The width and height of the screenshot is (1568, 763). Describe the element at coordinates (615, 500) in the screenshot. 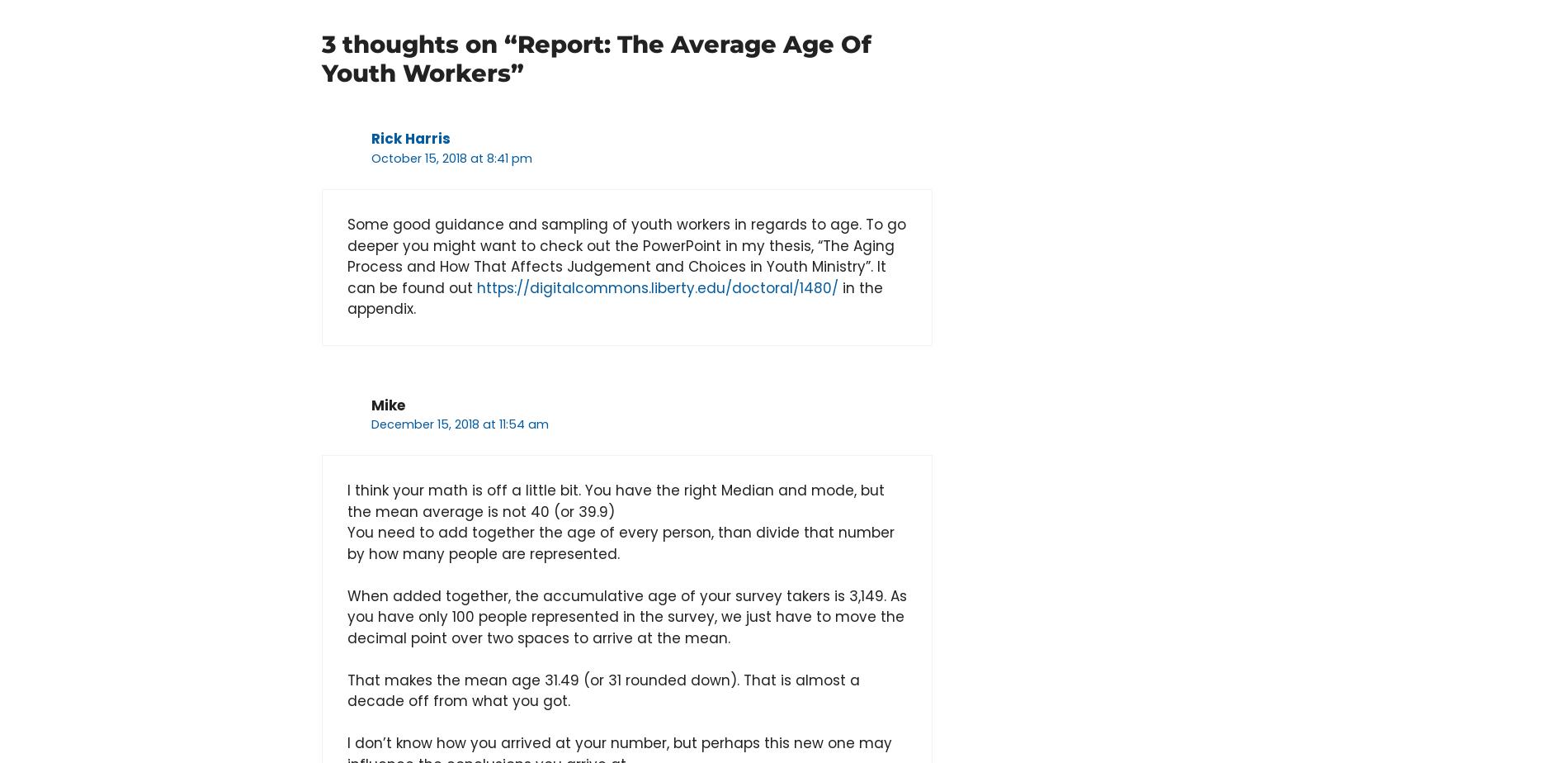

I see `'I think your math is off a little bit. You have the right Median and mode, but the mean average is not 40 (or 39.9)'` at that location.